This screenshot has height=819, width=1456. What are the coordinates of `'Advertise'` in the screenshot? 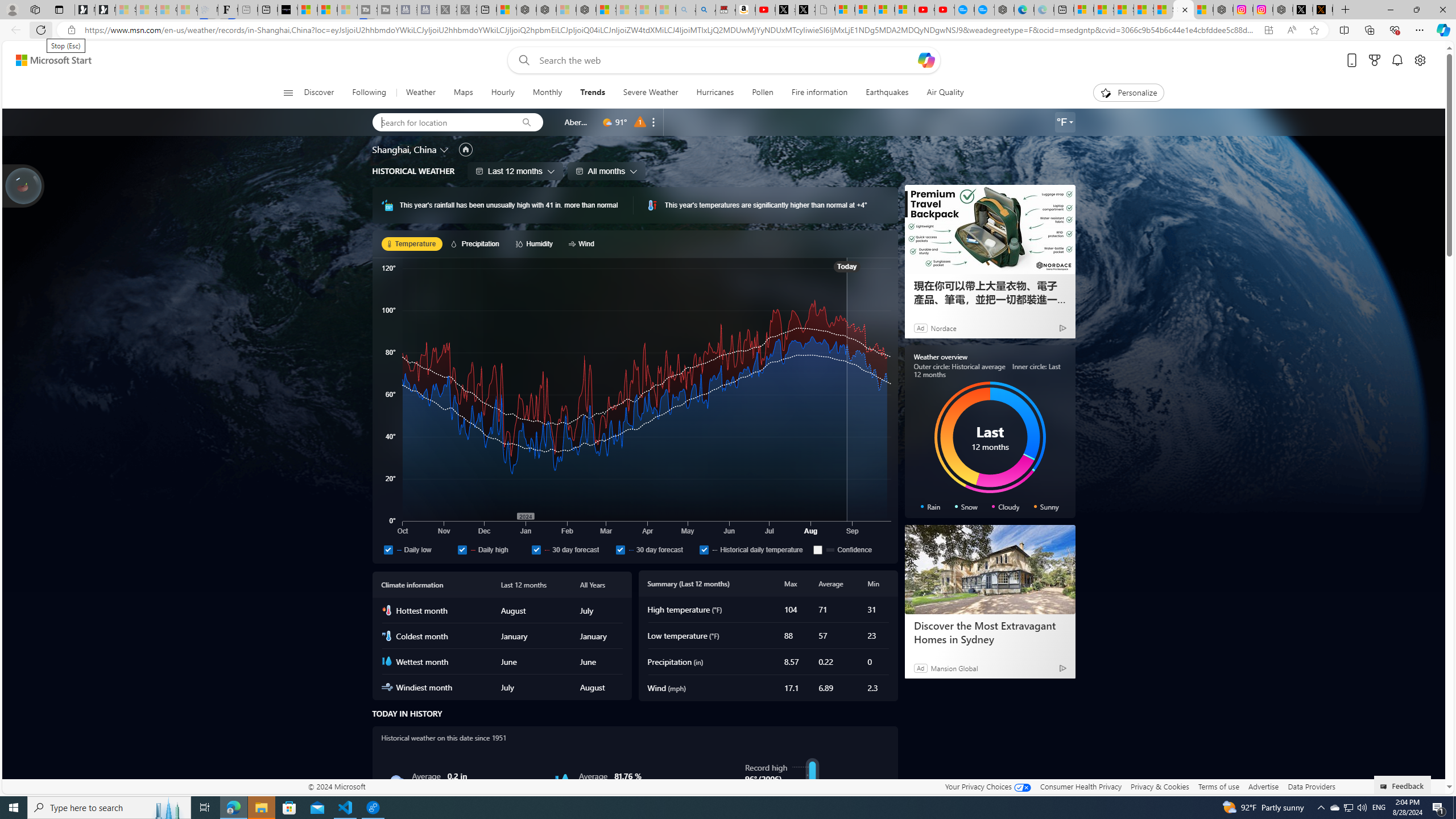 It's located at (1263, 786).